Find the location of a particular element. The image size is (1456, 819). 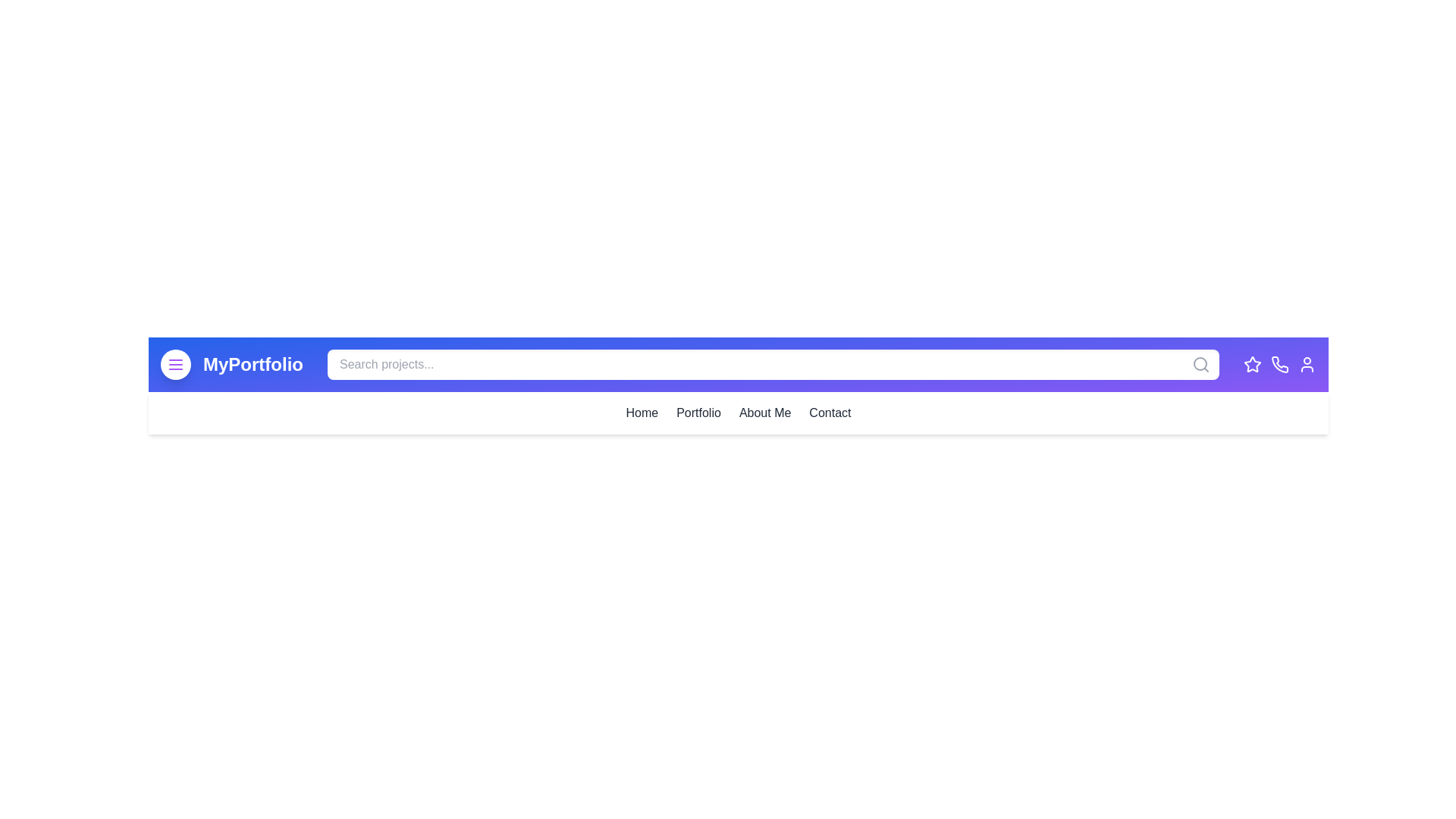

the phone icon in the app bar is located at coordinates (1279, 365).